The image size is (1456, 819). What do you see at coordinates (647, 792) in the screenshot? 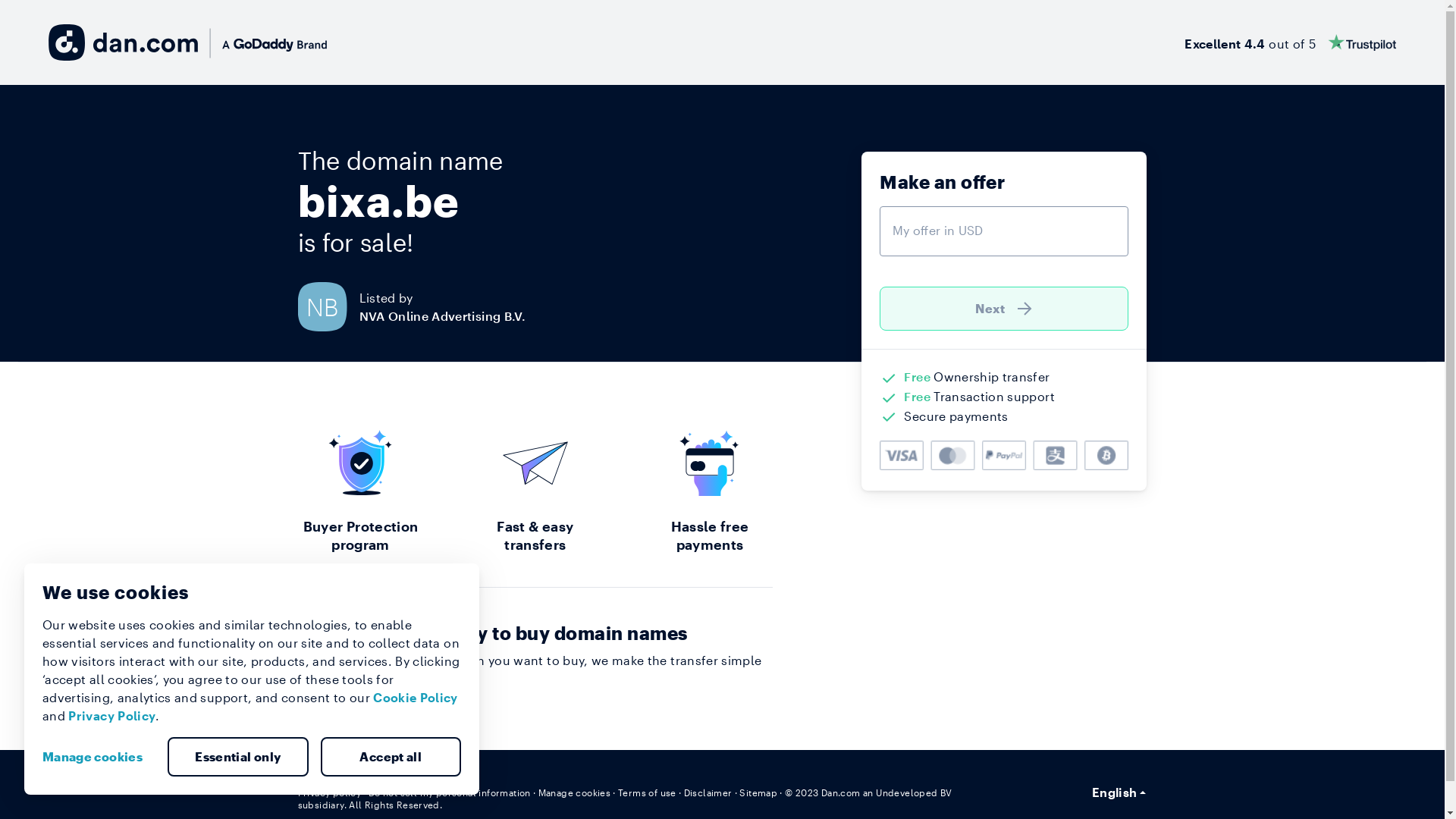
I see `'Terms of use'` at bounding box center [647, 792].